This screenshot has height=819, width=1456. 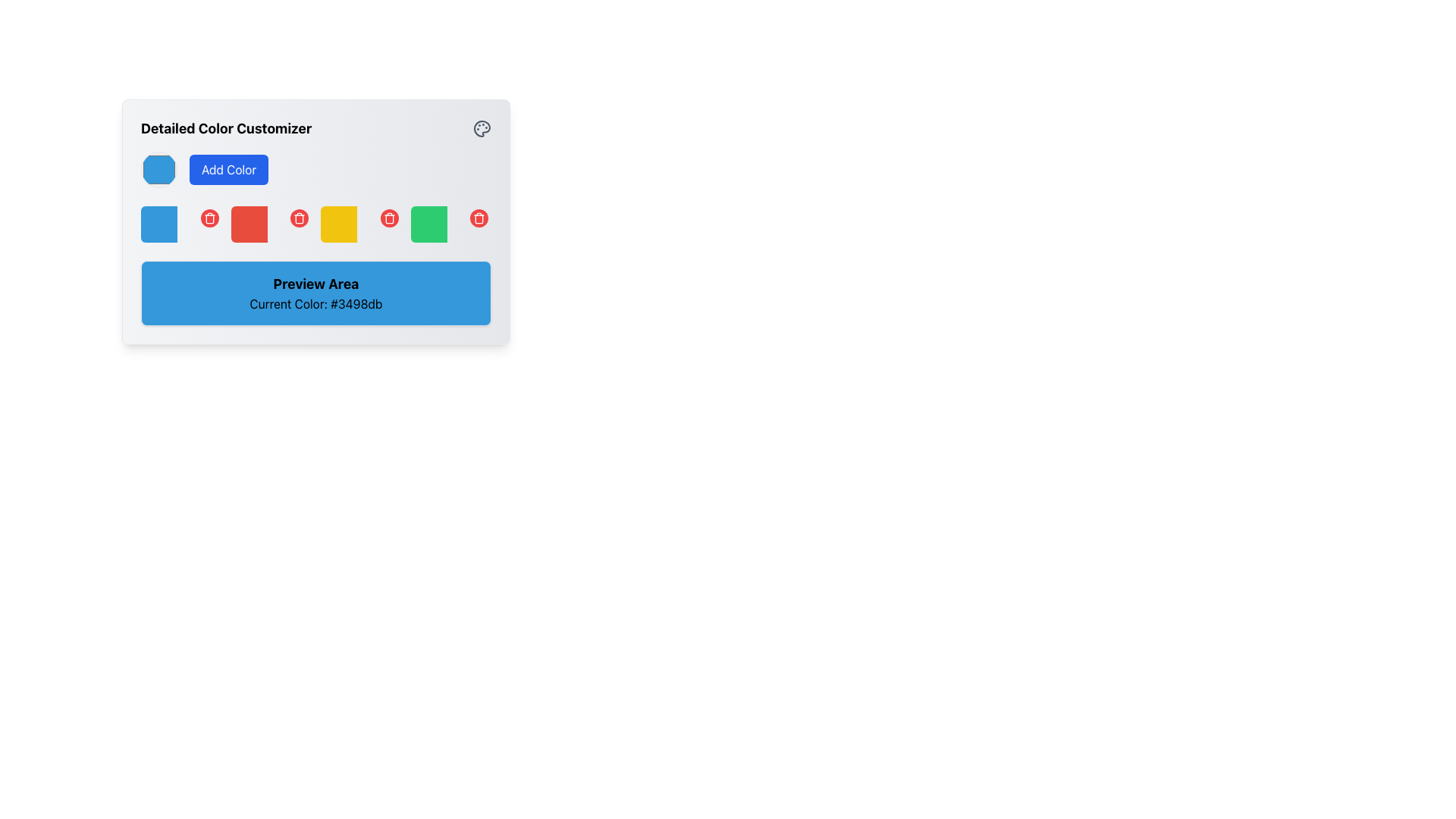 What do you see at coordinates (389, 218) in the screenshot?
I see `the delete button located at the top right corner of the yellow color block in the 'Detailed Color Customizer' card` at bounding box center [389, 218].